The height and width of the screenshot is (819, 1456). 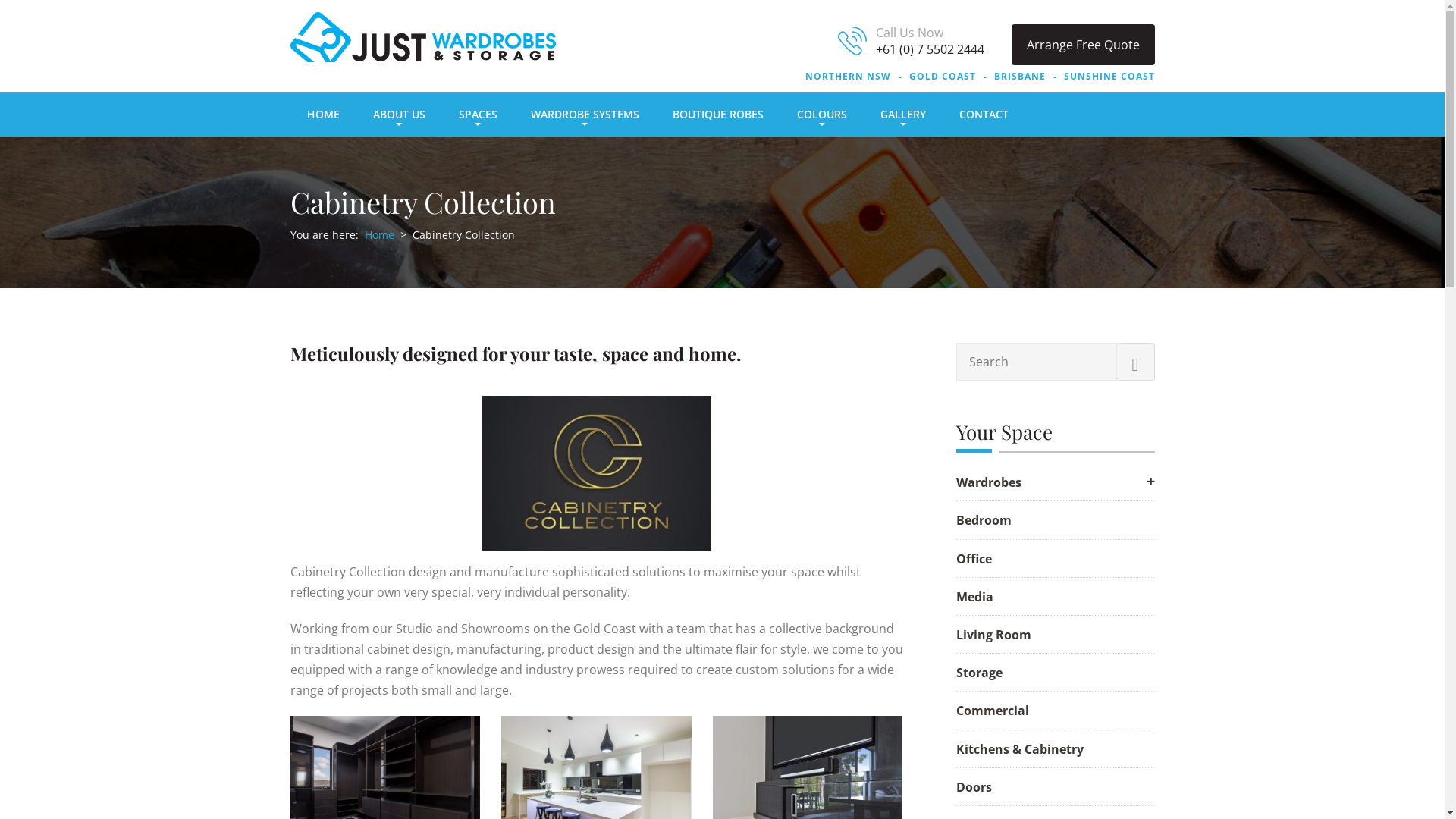 I want to click on '+61 (0) 7 5502 2444', so click(x=928, y=49).